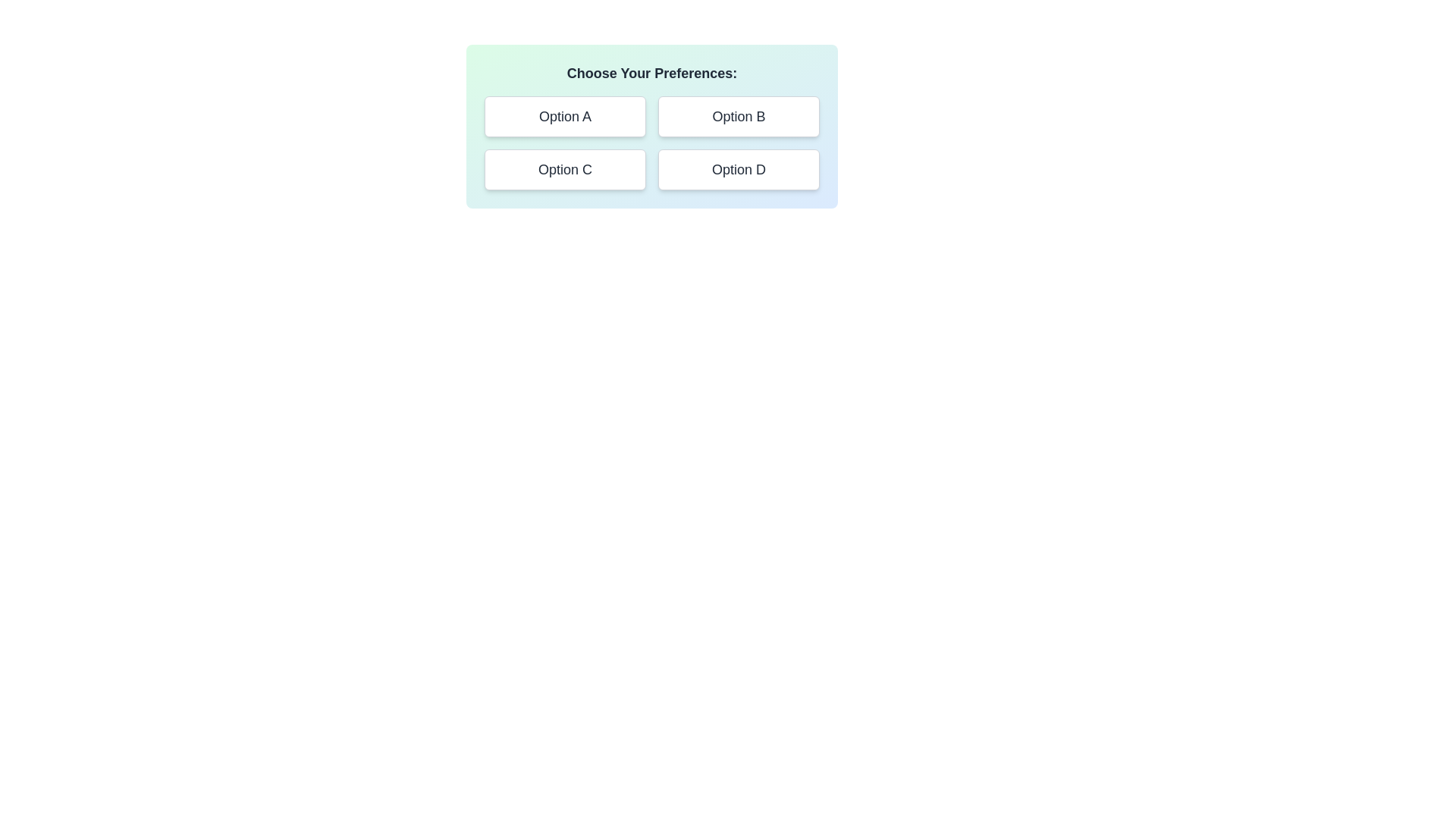 The width and height of the screenshot is (1456, 819). What do you see at coordinates (739, 169) in the screenshot?
I see `the button labeled Option D to select it` at bounding box center [739, 169].